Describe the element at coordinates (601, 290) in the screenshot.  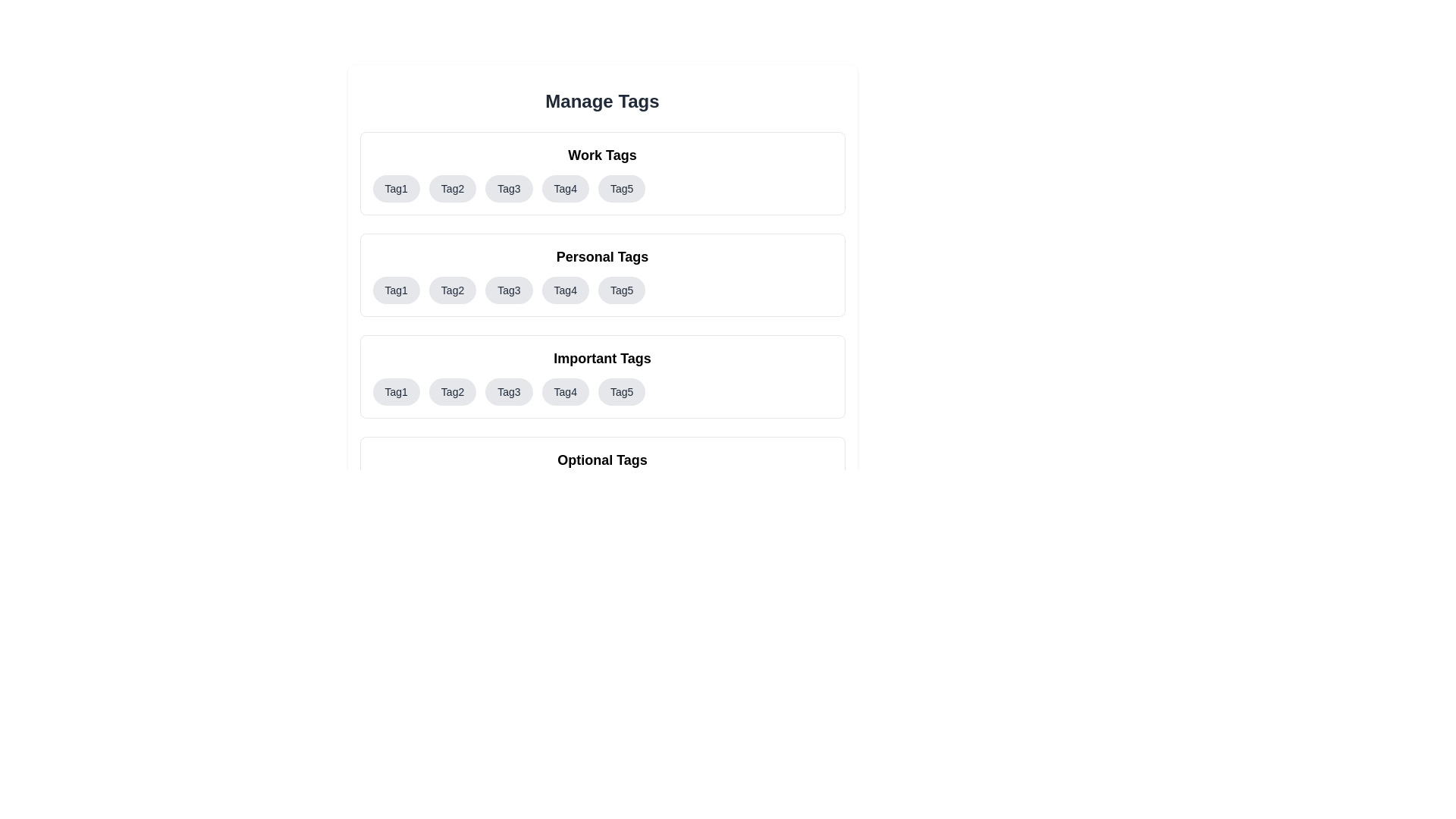
I see `a tag within the Interactive tag group, which is styled as buttons with a light gray background and rounded edges, located in the 'Personal Tags' section` at that location.